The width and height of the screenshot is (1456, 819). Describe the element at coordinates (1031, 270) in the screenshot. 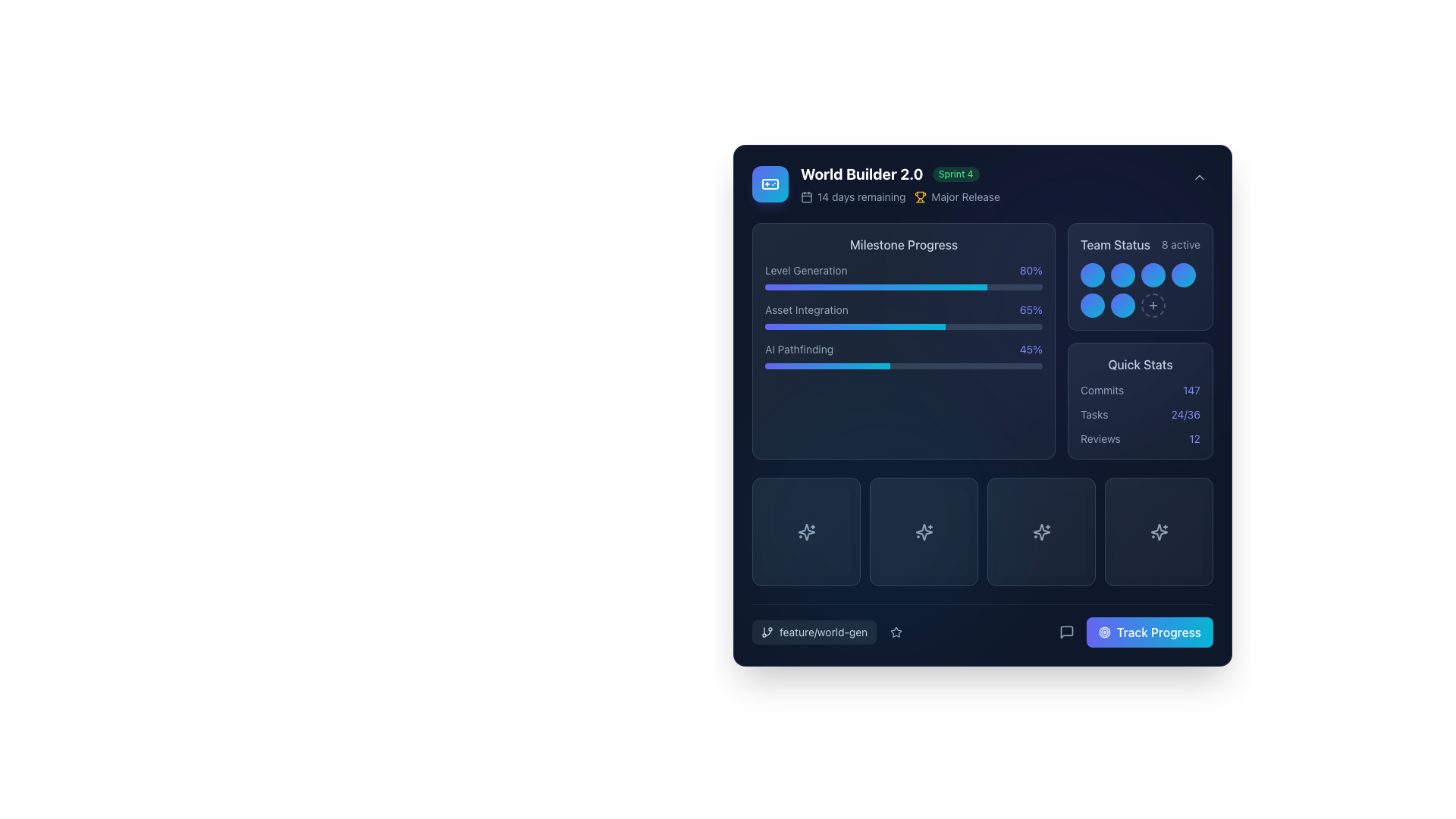

I see `the Text label indicating the progress percentage for 'Level Generation' within the 'Milestone Progress' section` at that location.